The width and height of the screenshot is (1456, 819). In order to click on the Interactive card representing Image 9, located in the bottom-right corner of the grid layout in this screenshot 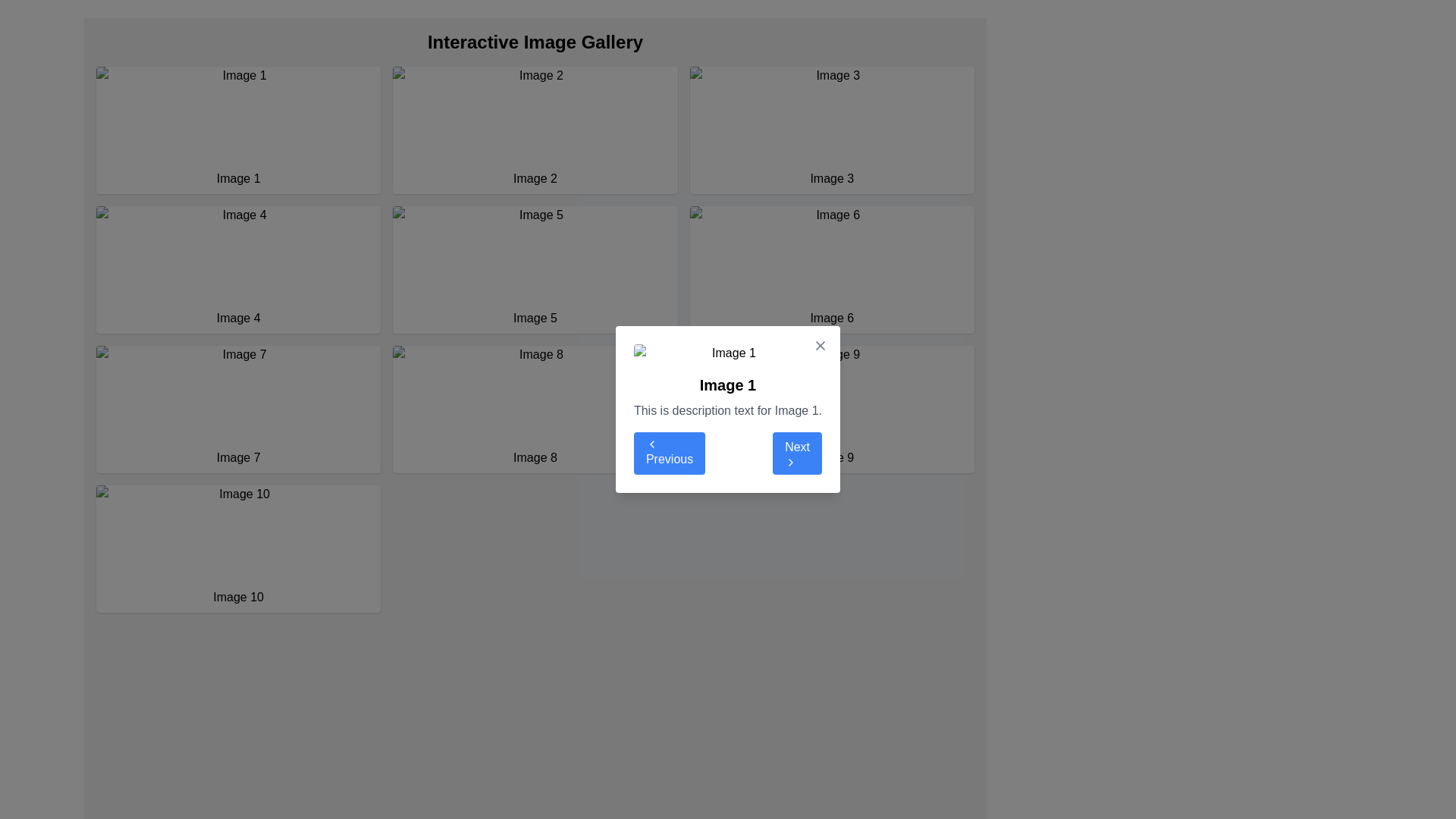, I will do `click(831, 409)`.